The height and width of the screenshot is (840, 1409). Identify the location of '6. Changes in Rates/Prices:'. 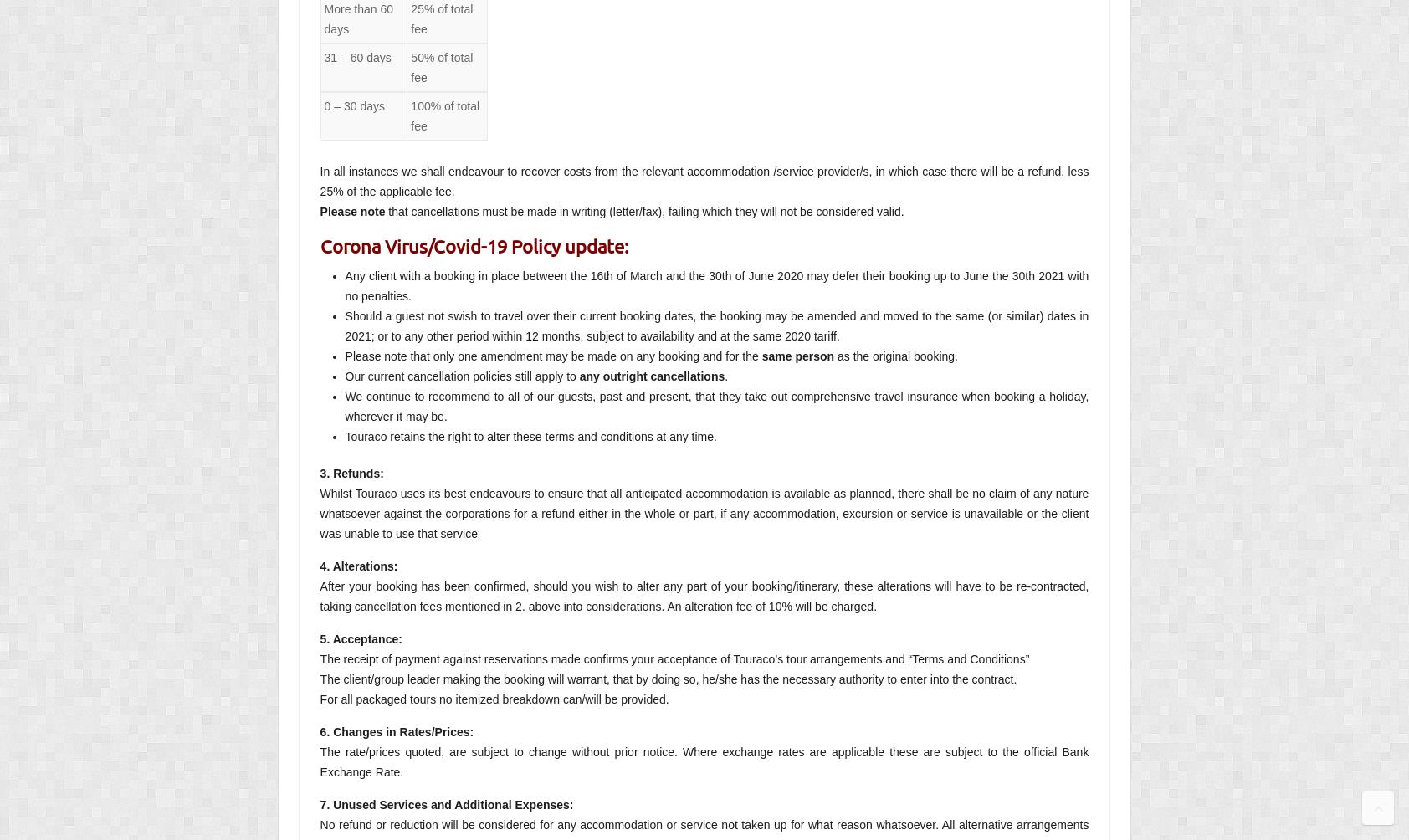
(396, 731).